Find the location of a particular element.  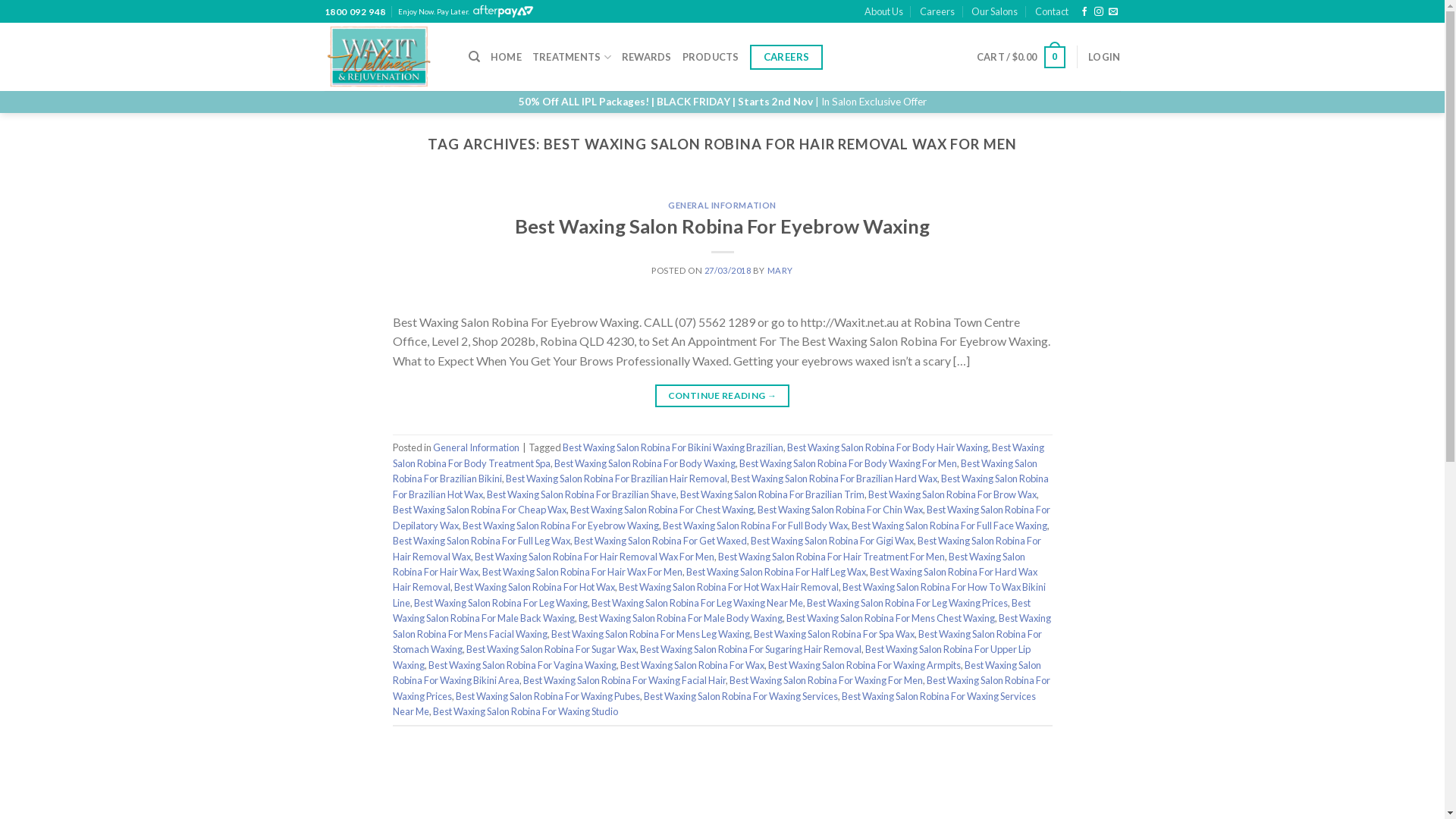

'Best Waxing Salon Robina For Waxing Armpits' is located at coordinates (863, 664).